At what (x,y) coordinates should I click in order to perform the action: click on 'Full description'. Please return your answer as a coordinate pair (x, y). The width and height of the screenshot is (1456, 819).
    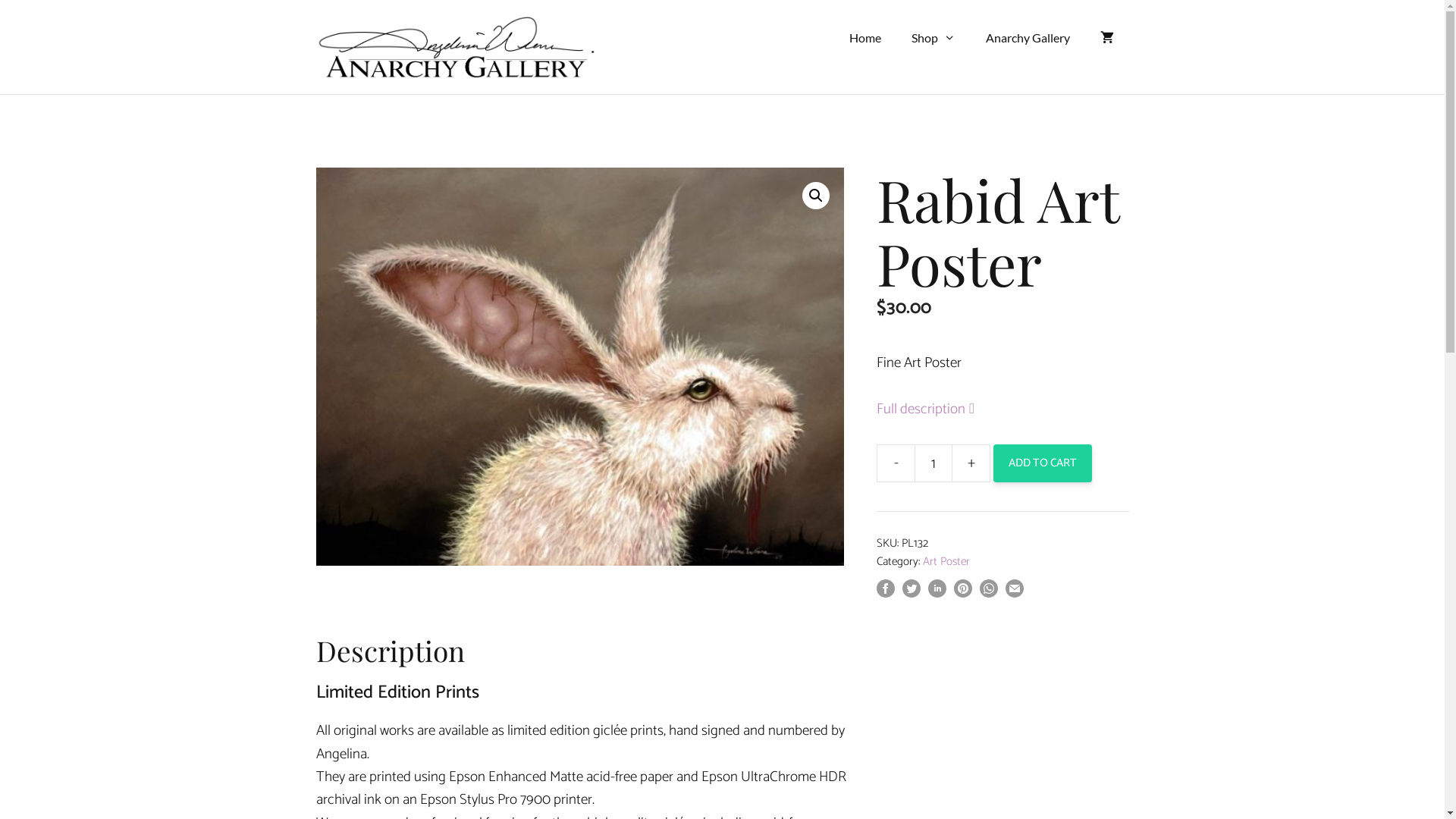
    Looking at the image, I should click on (940, 408).